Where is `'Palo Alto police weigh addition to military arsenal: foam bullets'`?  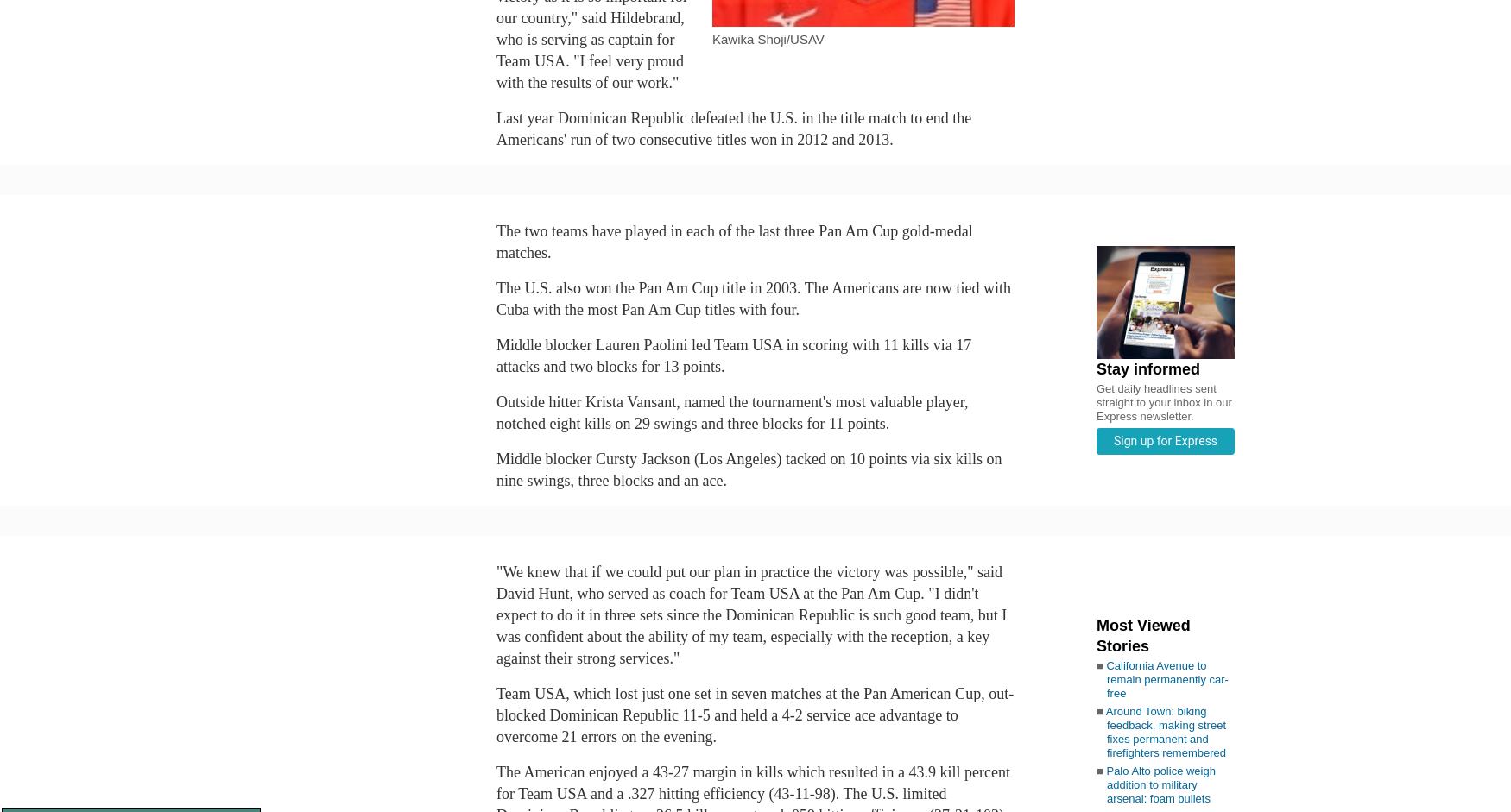
'Palo Alto police weigh addition to military arsenal: foam bullets' is located at coordinates (1160, 783).